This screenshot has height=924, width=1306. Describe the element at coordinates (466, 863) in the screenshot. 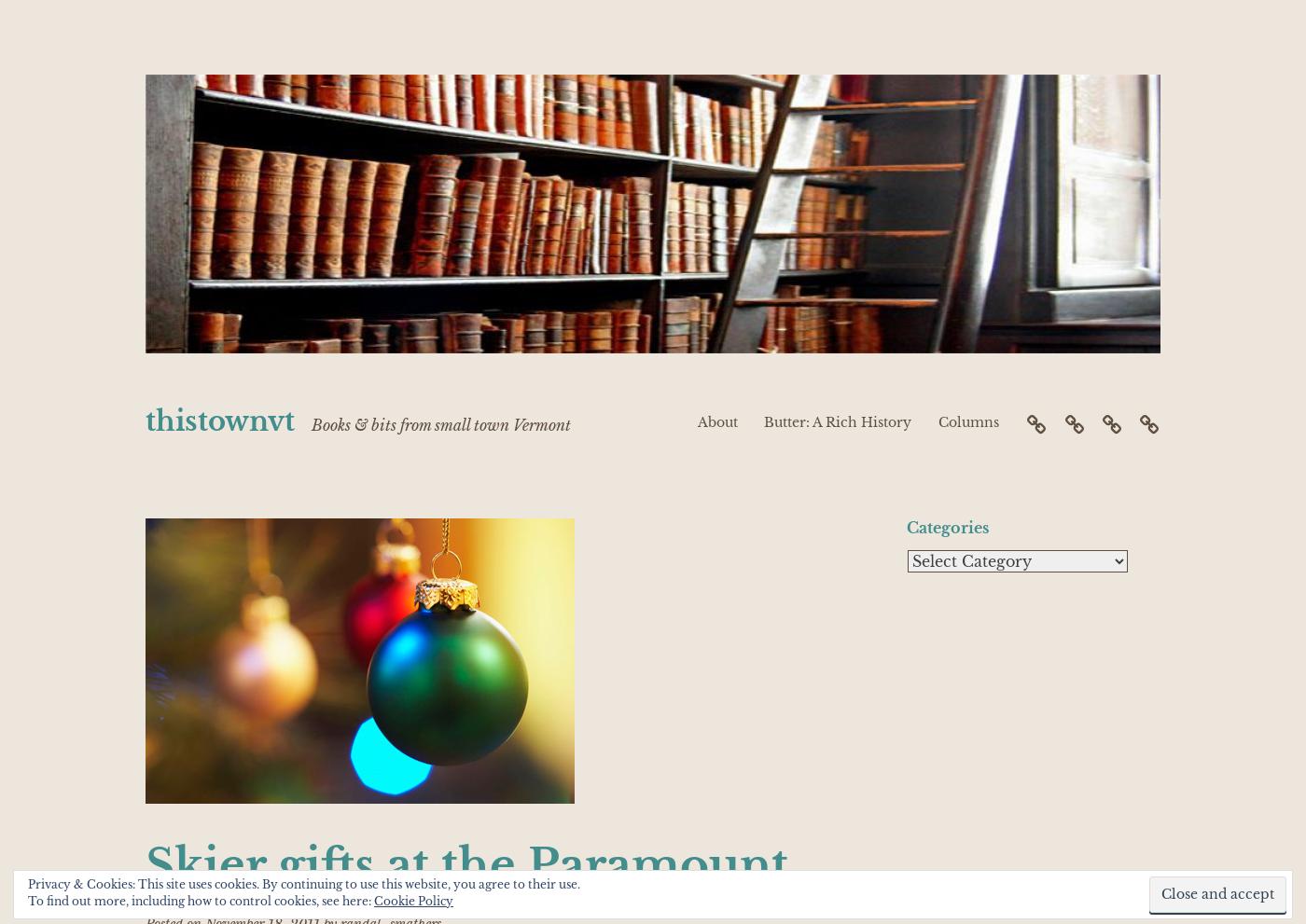

I see `'Skier gifts at the Paramount'` at that location.